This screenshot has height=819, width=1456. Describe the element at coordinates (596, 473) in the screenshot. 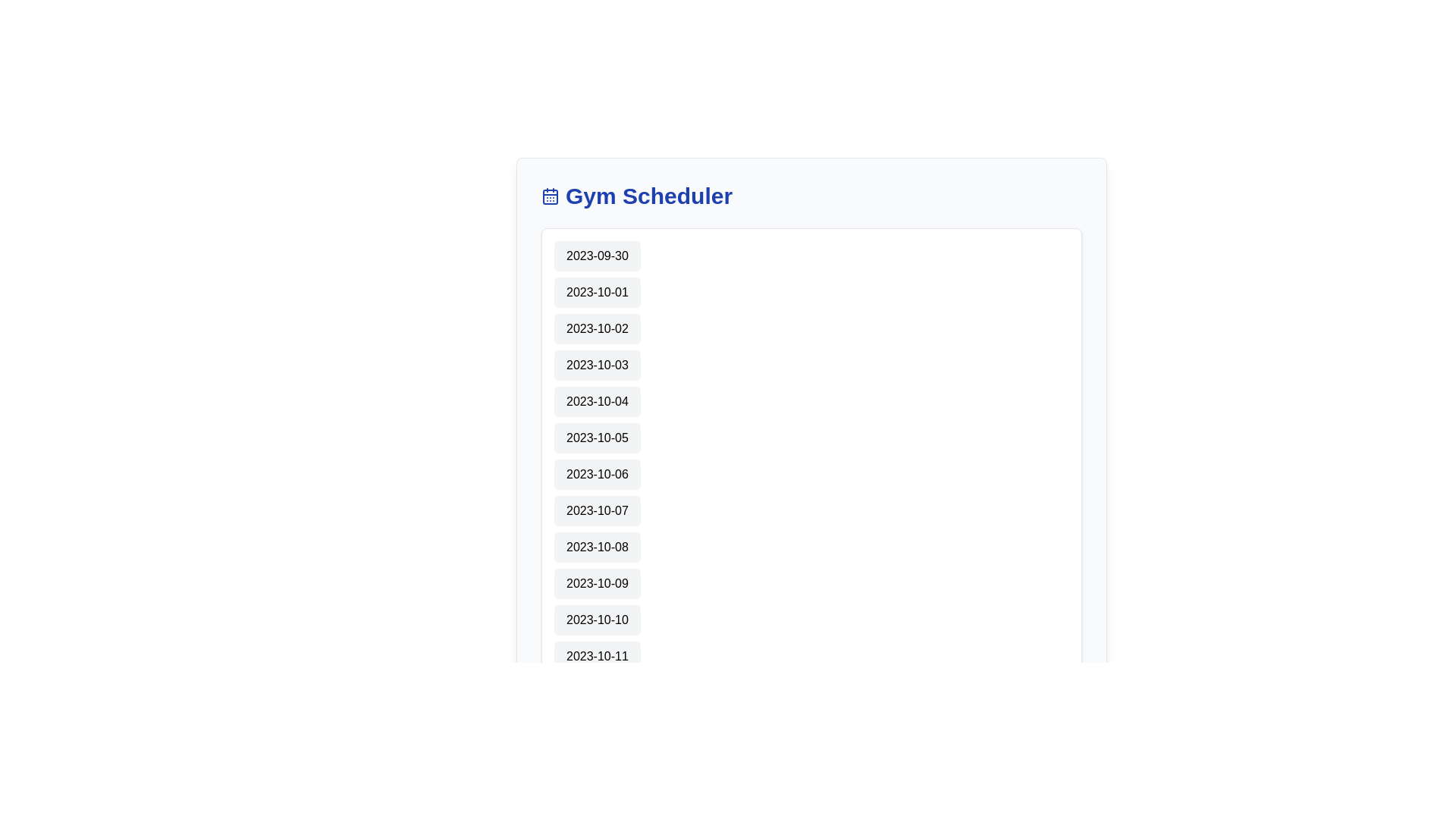

I see `the seventh date item in the scheduler application` at that location.